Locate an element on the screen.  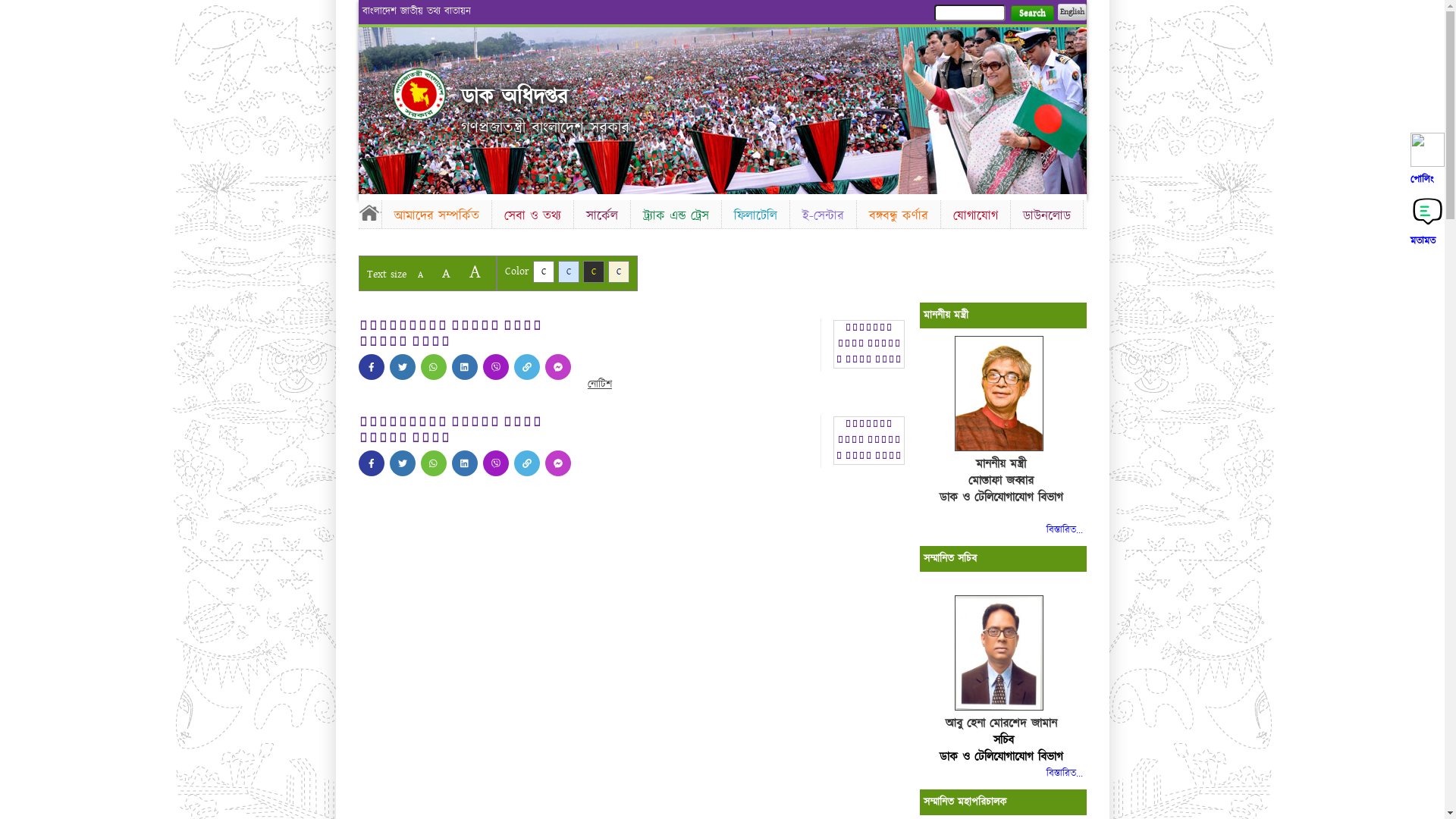
'A' is located at coordinates (419, 275).